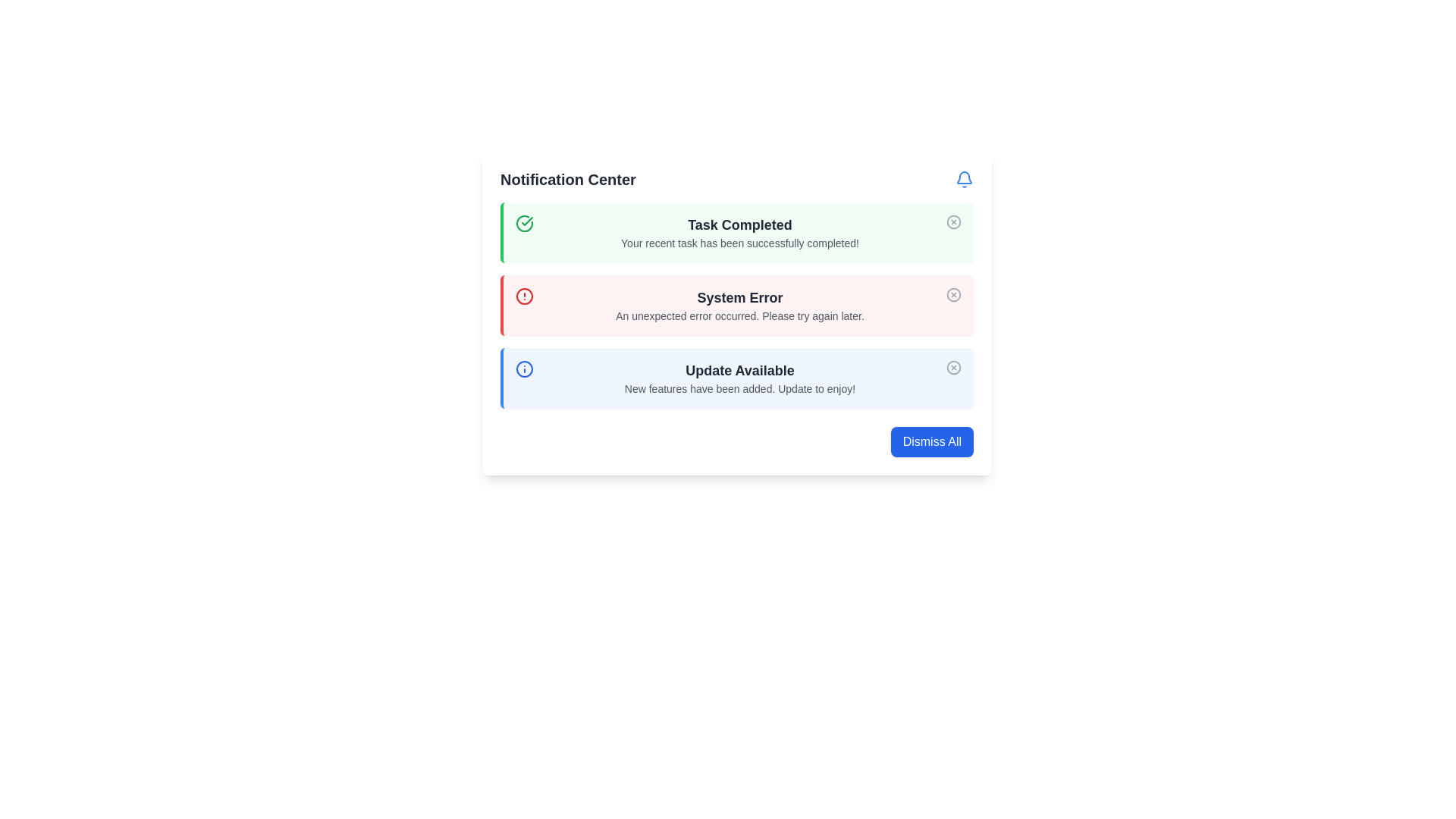 The width and height of the screenshot is (1456, 819). I want to click on information from the Notification box, which is the third notification in the stacked list, located at the bottom of the notifications, so click(736, 377).